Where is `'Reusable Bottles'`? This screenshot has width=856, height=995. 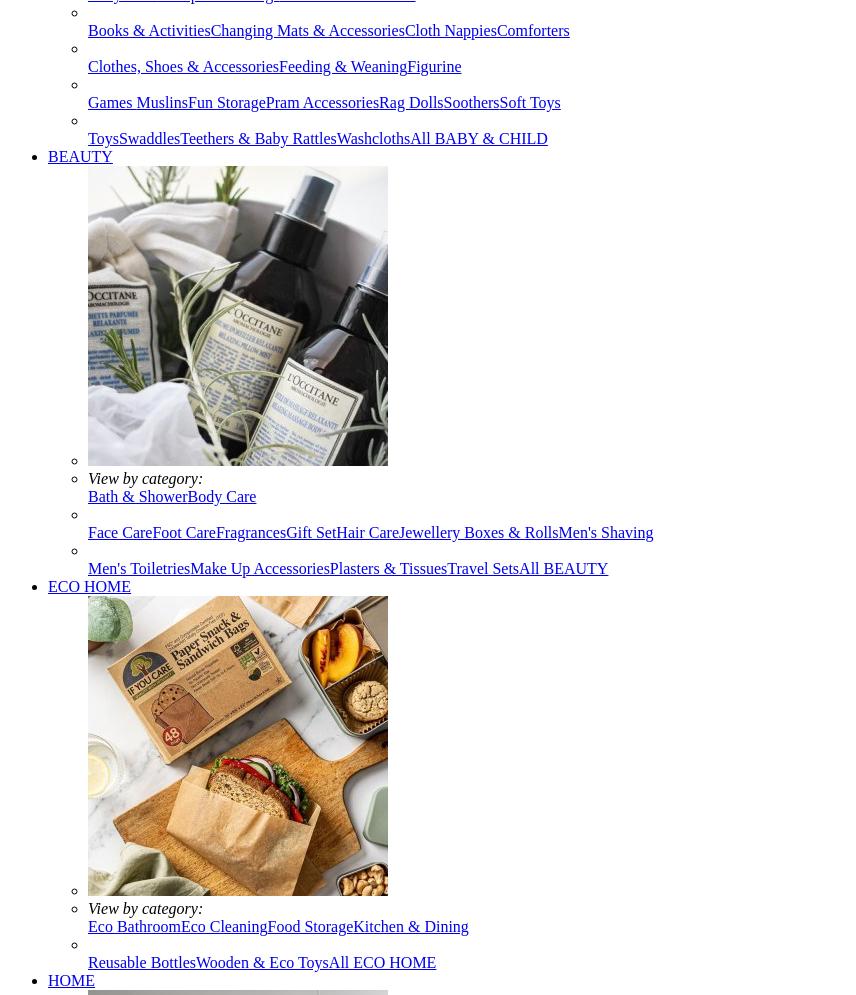
'Reusable Bottles' is located at coordinates (140, 961).